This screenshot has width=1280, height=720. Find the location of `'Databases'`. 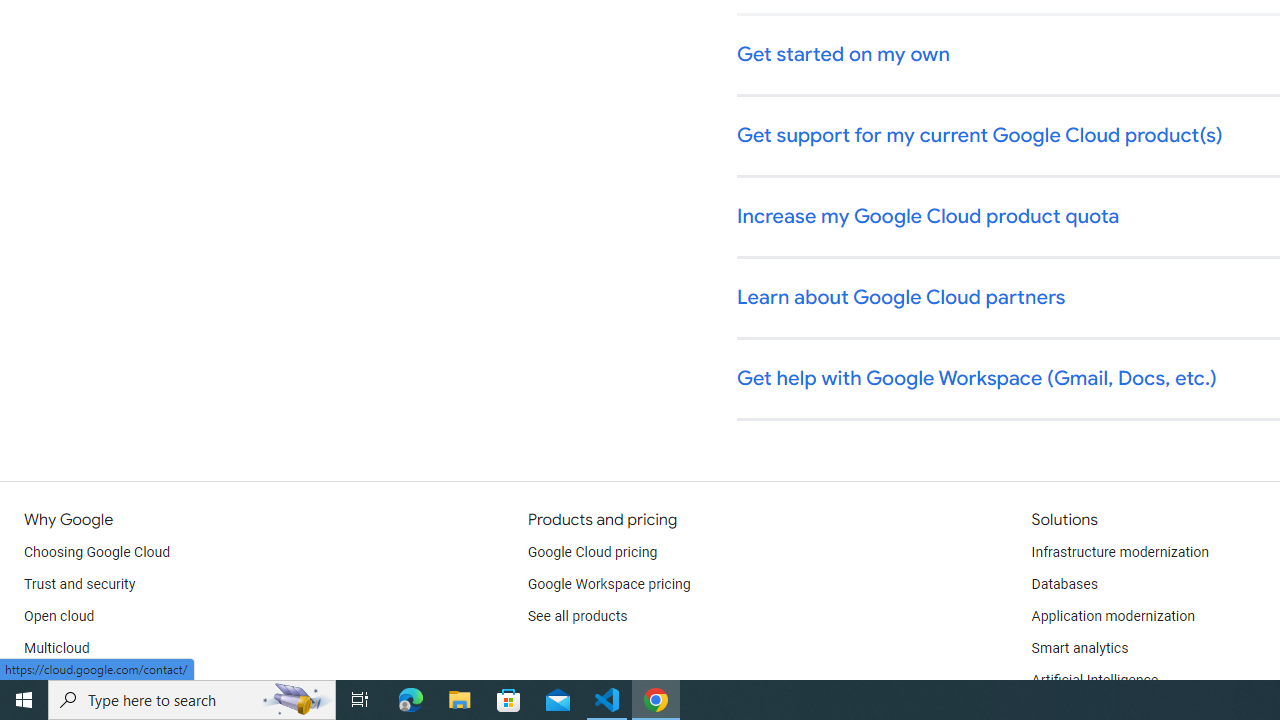

'Databases' is located at coordinates (1063, 585).